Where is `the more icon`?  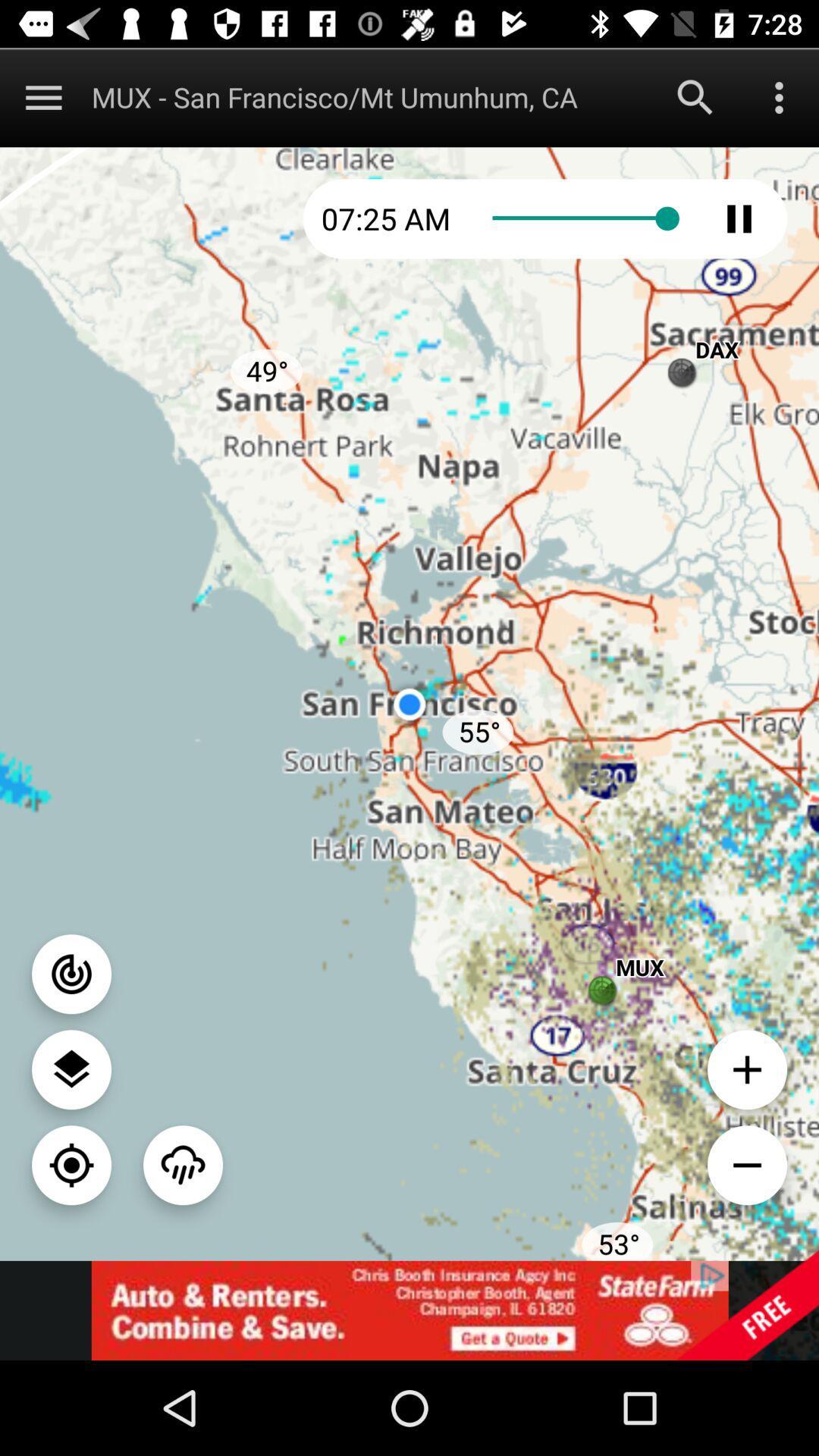
the more icon is located at coordinates (779, 96).